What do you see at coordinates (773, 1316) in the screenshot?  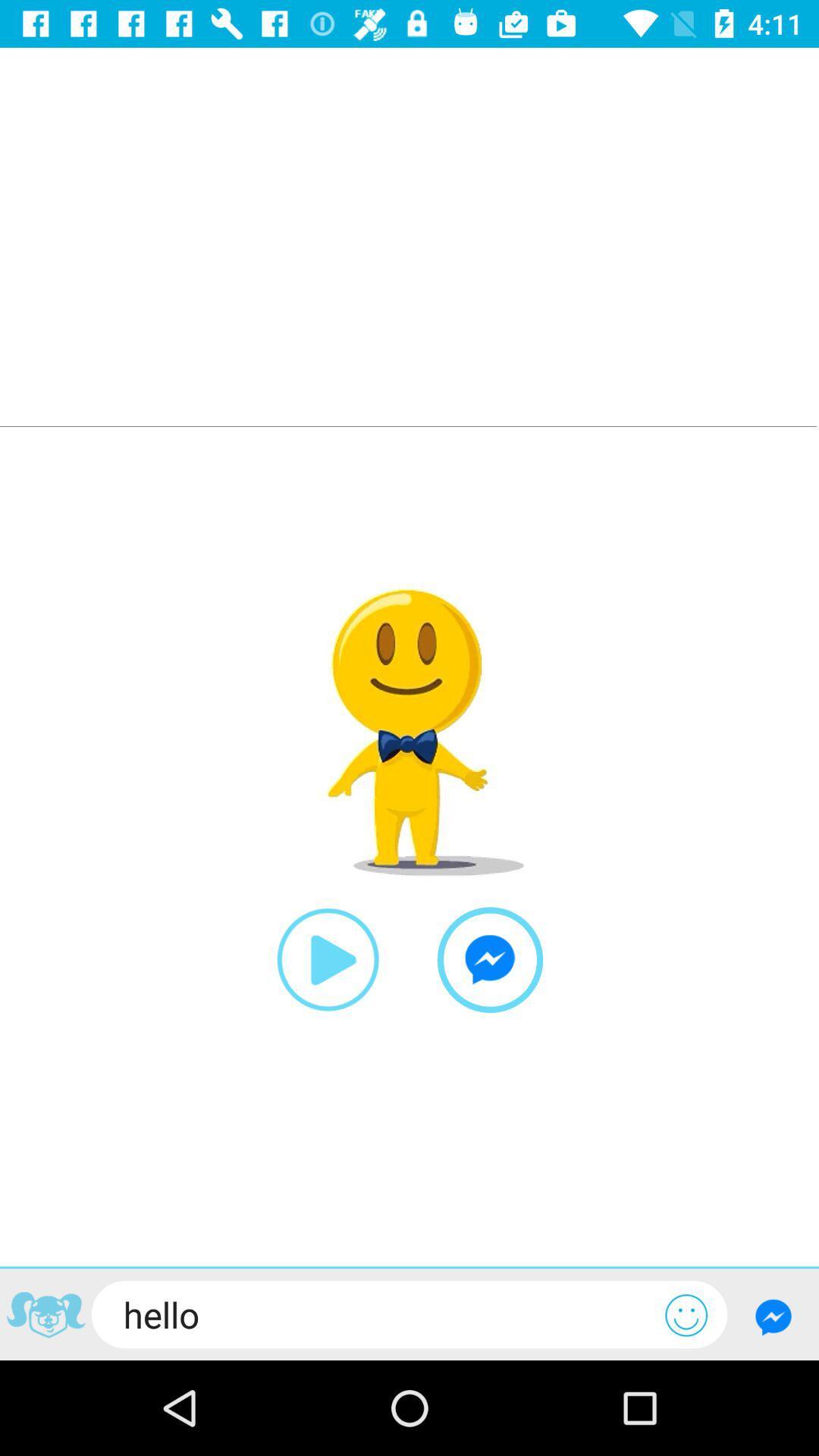 I see `facebook messenger button` at bounding box center [773, 1316].